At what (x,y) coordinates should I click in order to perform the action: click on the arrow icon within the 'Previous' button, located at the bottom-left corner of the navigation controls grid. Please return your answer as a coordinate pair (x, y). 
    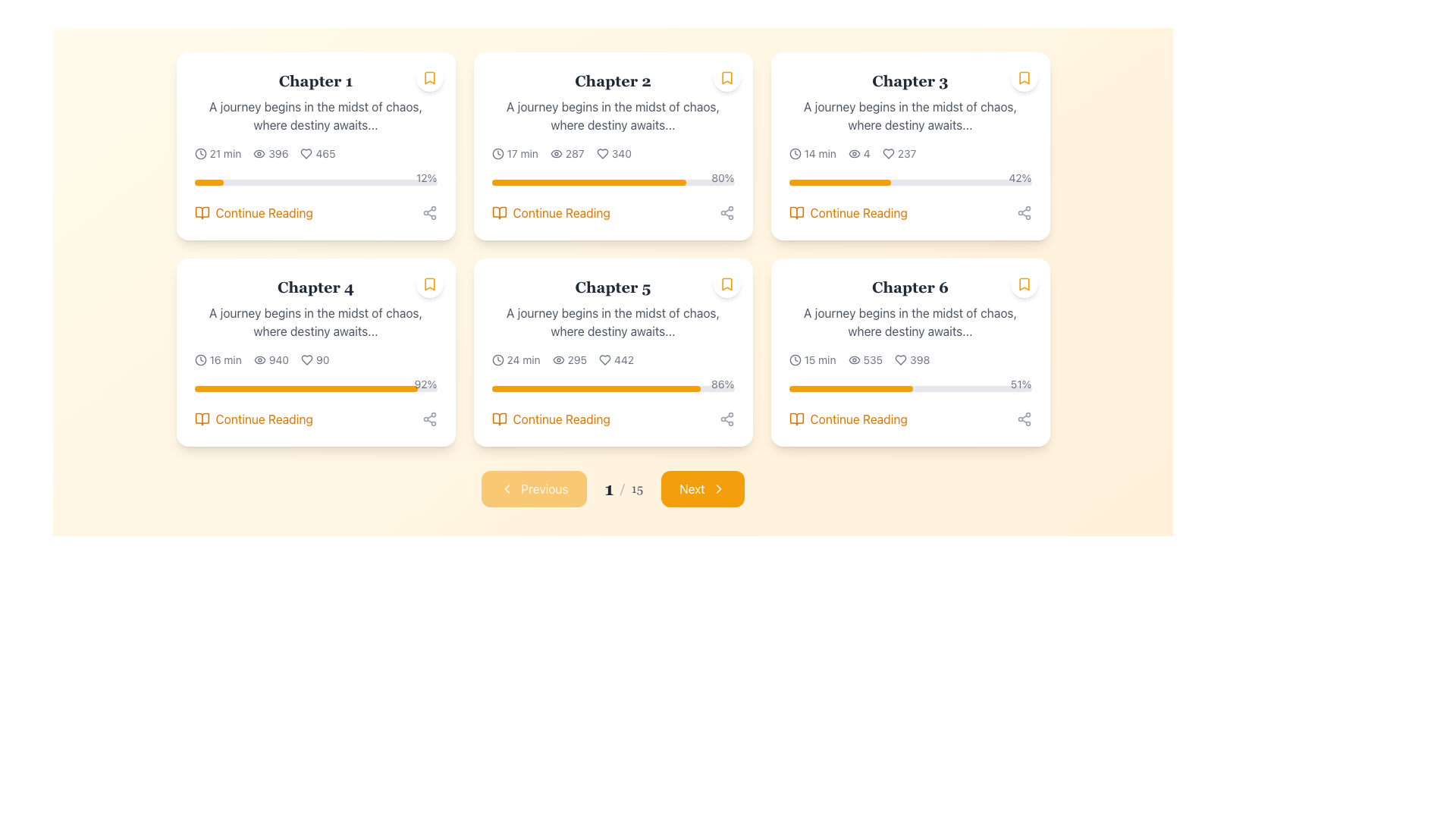
    Looking at the image, I should click on (507, 488).